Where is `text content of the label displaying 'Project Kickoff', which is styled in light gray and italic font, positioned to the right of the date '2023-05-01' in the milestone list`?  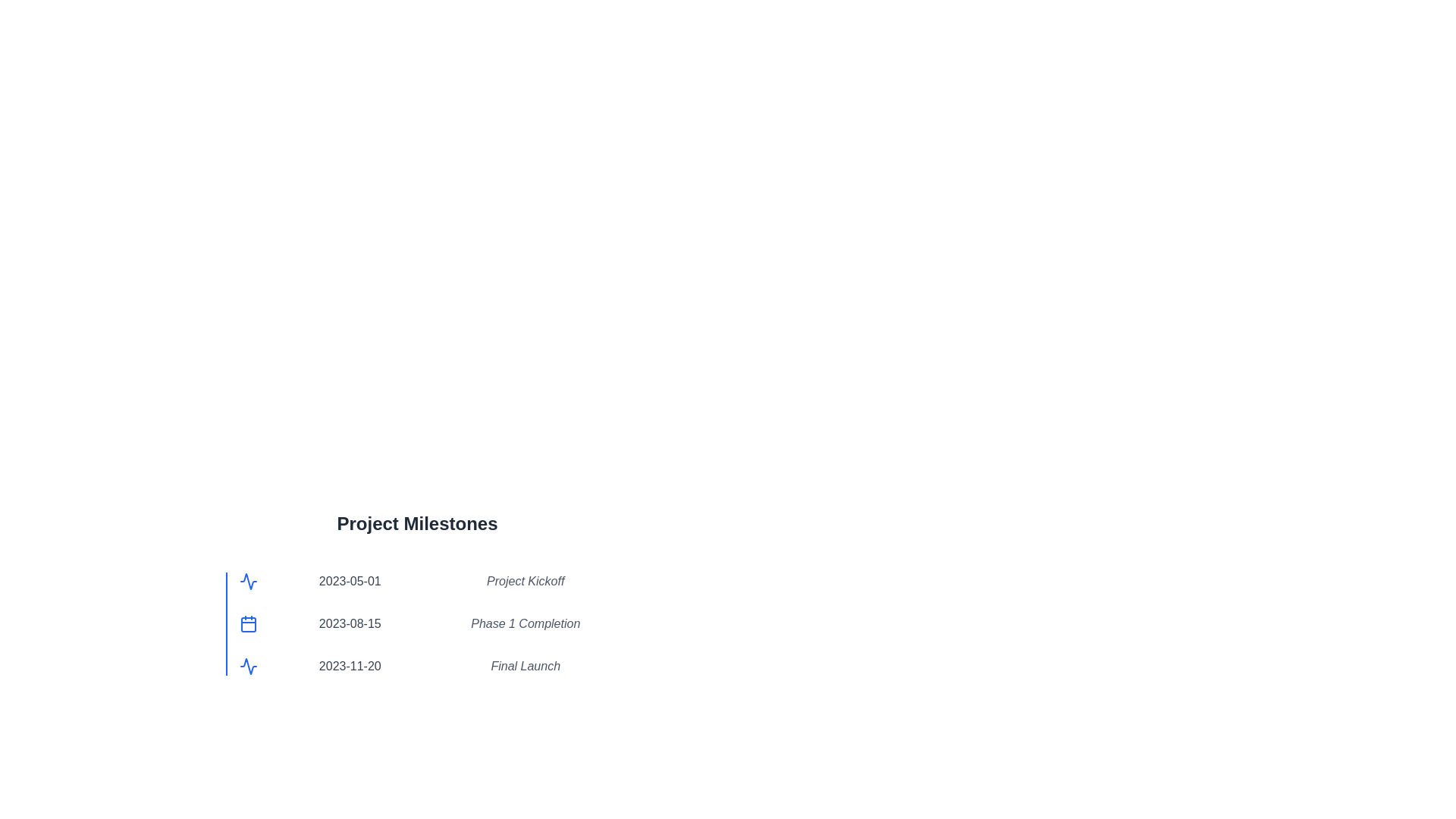
text content of the label displaying 'Project Kickoff', which is styled in light gray and italic font, positioned to the right of the date '2023-05-01' in the milestone list is located at coordinates (526, 581).